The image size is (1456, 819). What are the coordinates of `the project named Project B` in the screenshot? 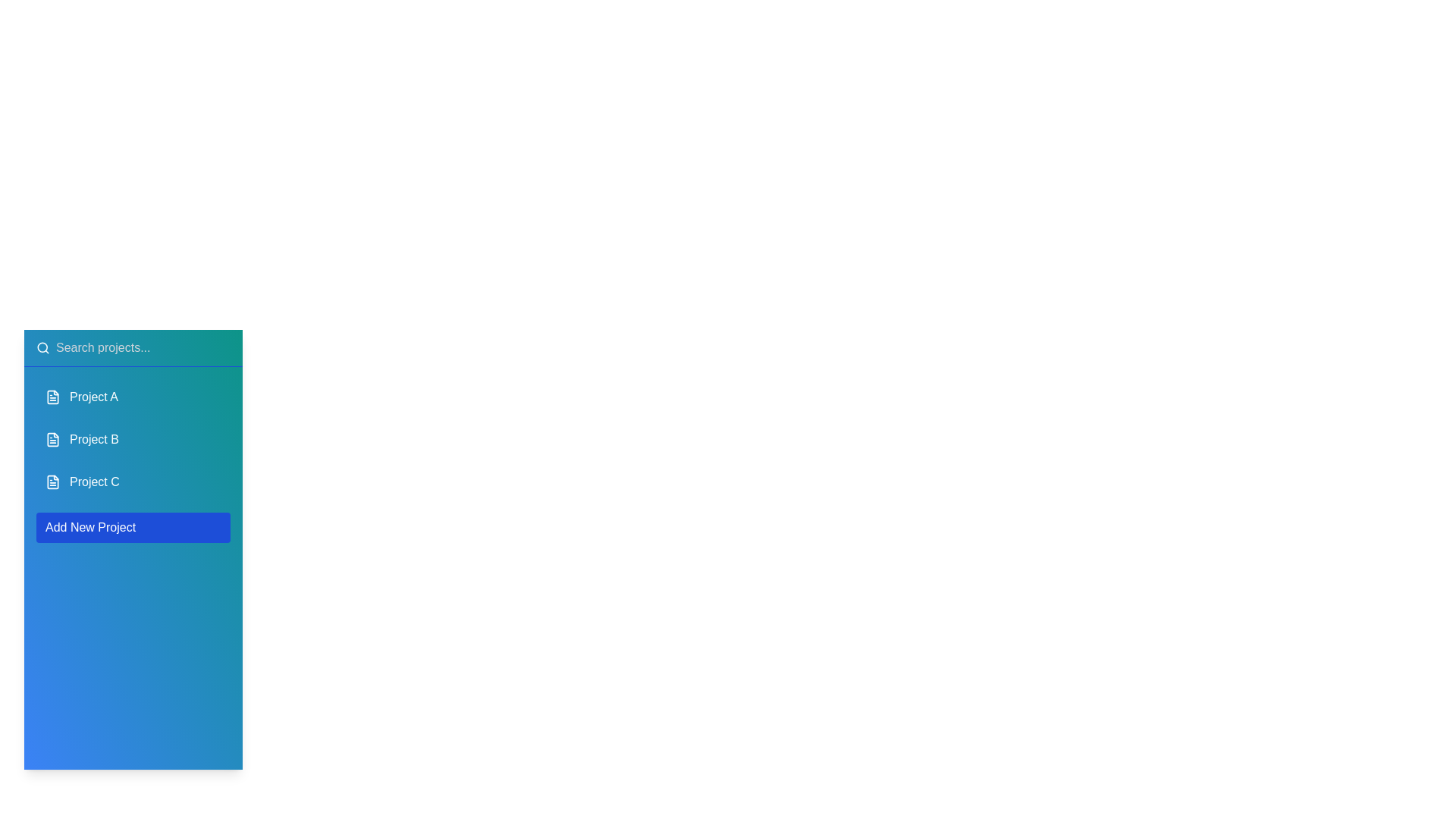 It's located at (133, 439).